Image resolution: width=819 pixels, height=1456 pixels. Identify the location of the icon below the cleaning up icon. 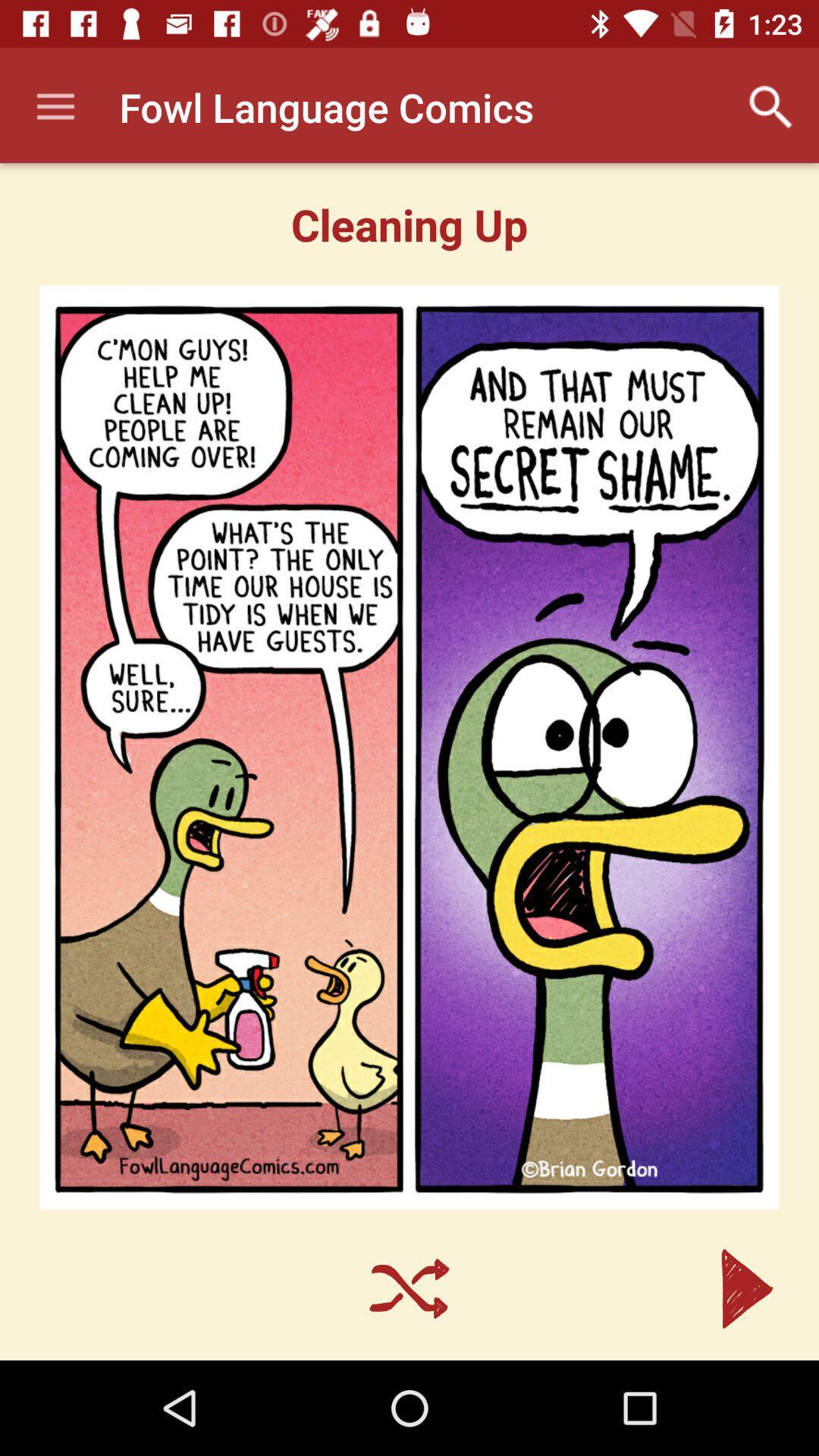
(409, 747).